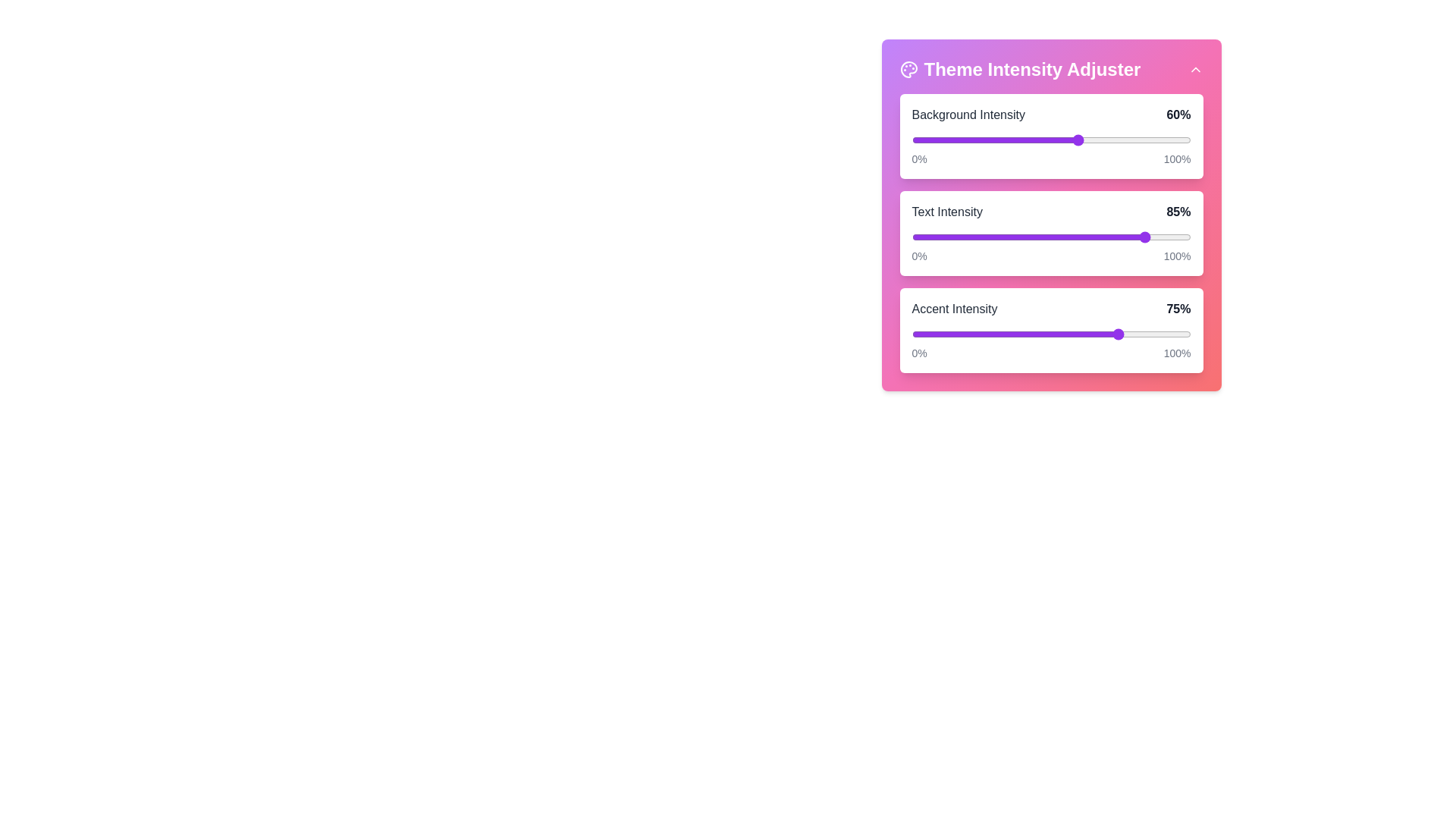  Describe the element at coordinates (1178, 309) in the screenshot. I see `the text label displaying '75%' in bold, dark gray color, which is positioned to the right of the label 'Accent Intensity' and is part of a slider control interface` at that location.